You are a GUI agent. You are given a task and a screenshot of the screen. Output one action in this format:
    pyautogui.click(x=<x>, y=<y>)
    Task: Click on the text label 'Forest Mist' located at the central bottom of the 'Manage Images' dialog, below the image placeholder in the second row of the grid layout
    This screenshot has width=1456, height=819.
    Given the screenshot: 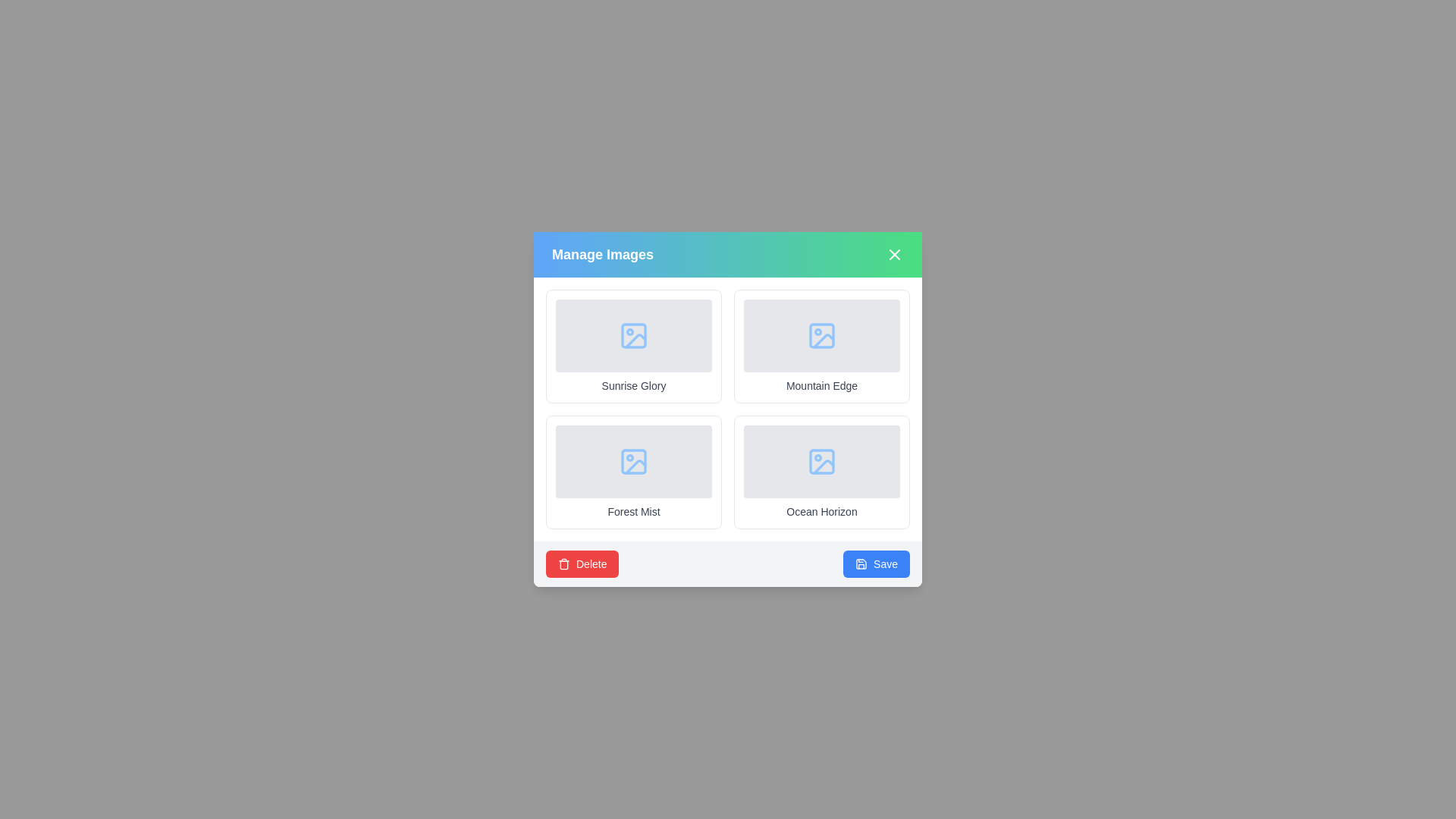 What is the action you would take?
    pyautogui.click(x=633, y=512)
    